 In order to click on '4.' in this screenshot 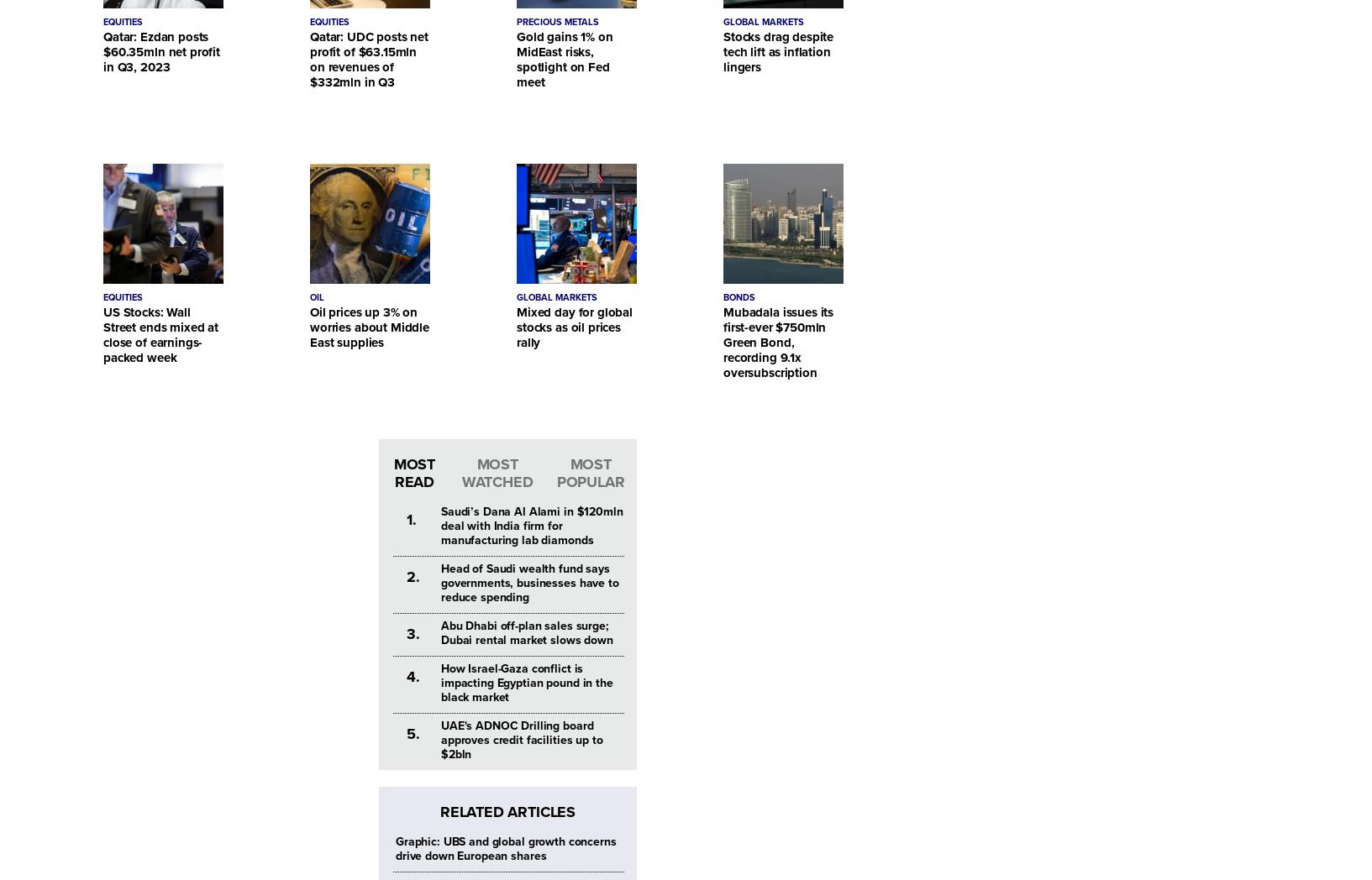, I will do `click(413, 676)`.